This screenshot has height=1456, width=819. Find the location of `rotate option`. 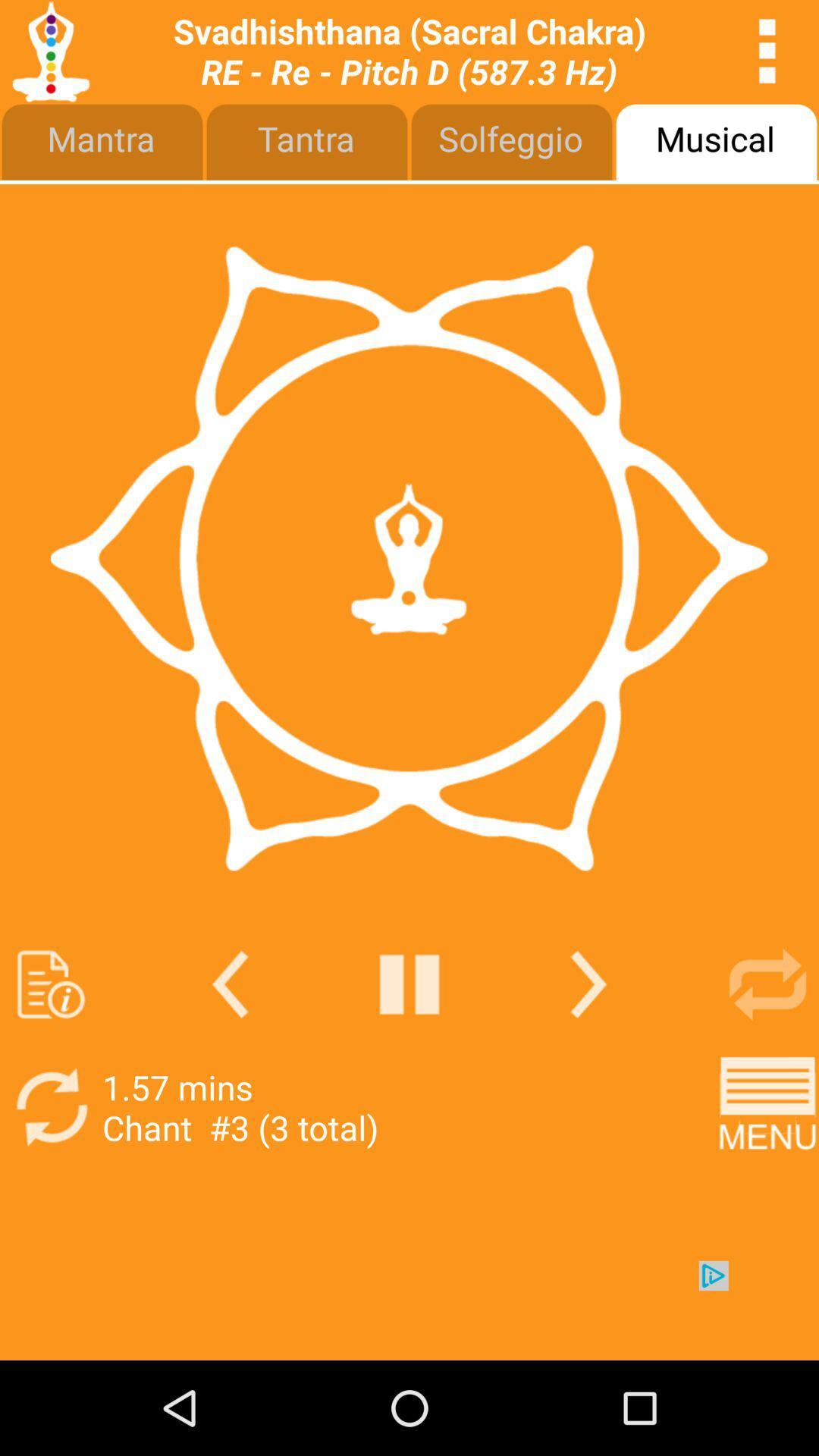

rotate option is located at coordinates (50, 1107).